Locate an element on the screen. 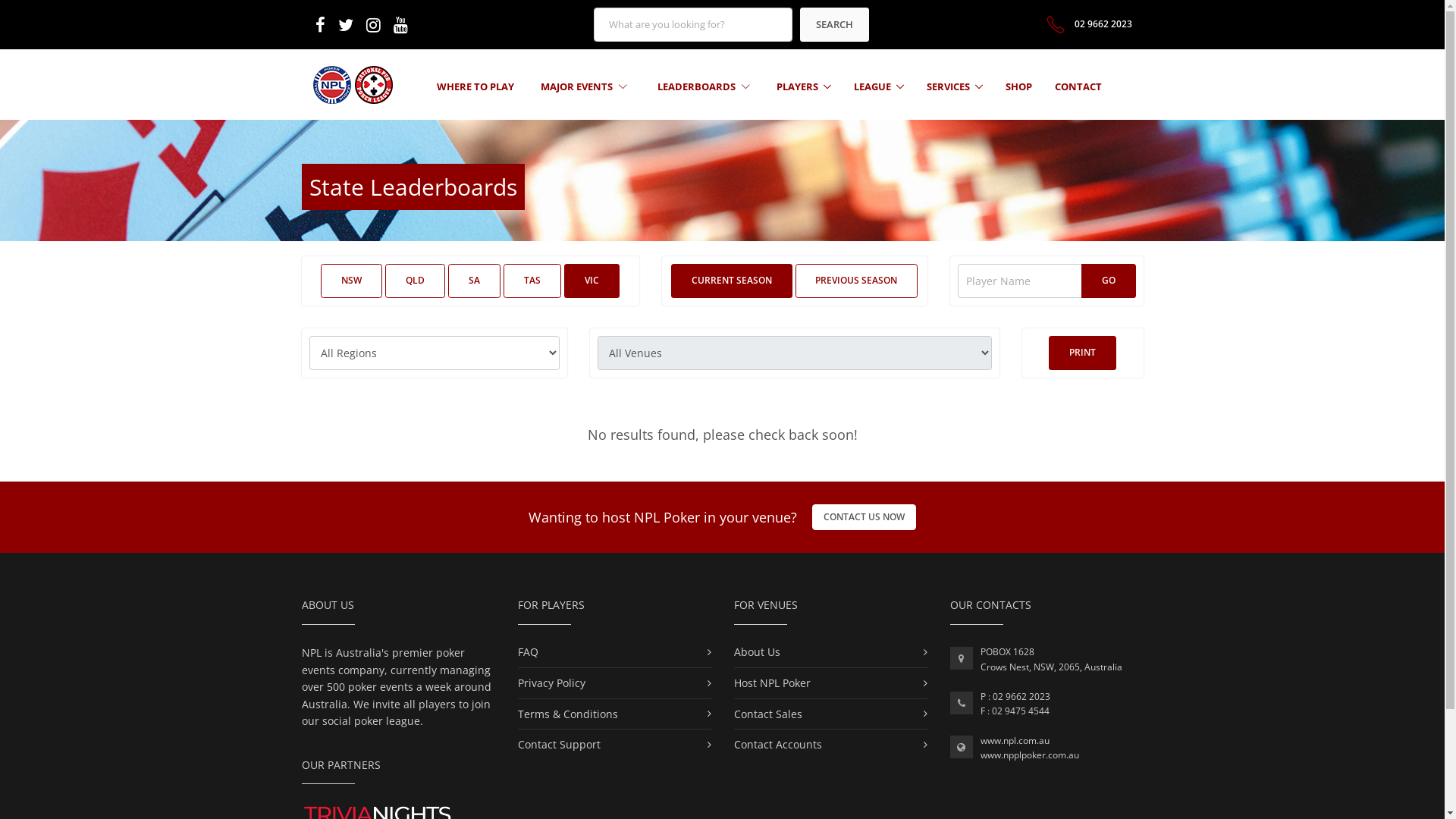 Image resolution: width=1456 pixels, height=819 pixels. 'QLD' is located at coordinates (415, 281).